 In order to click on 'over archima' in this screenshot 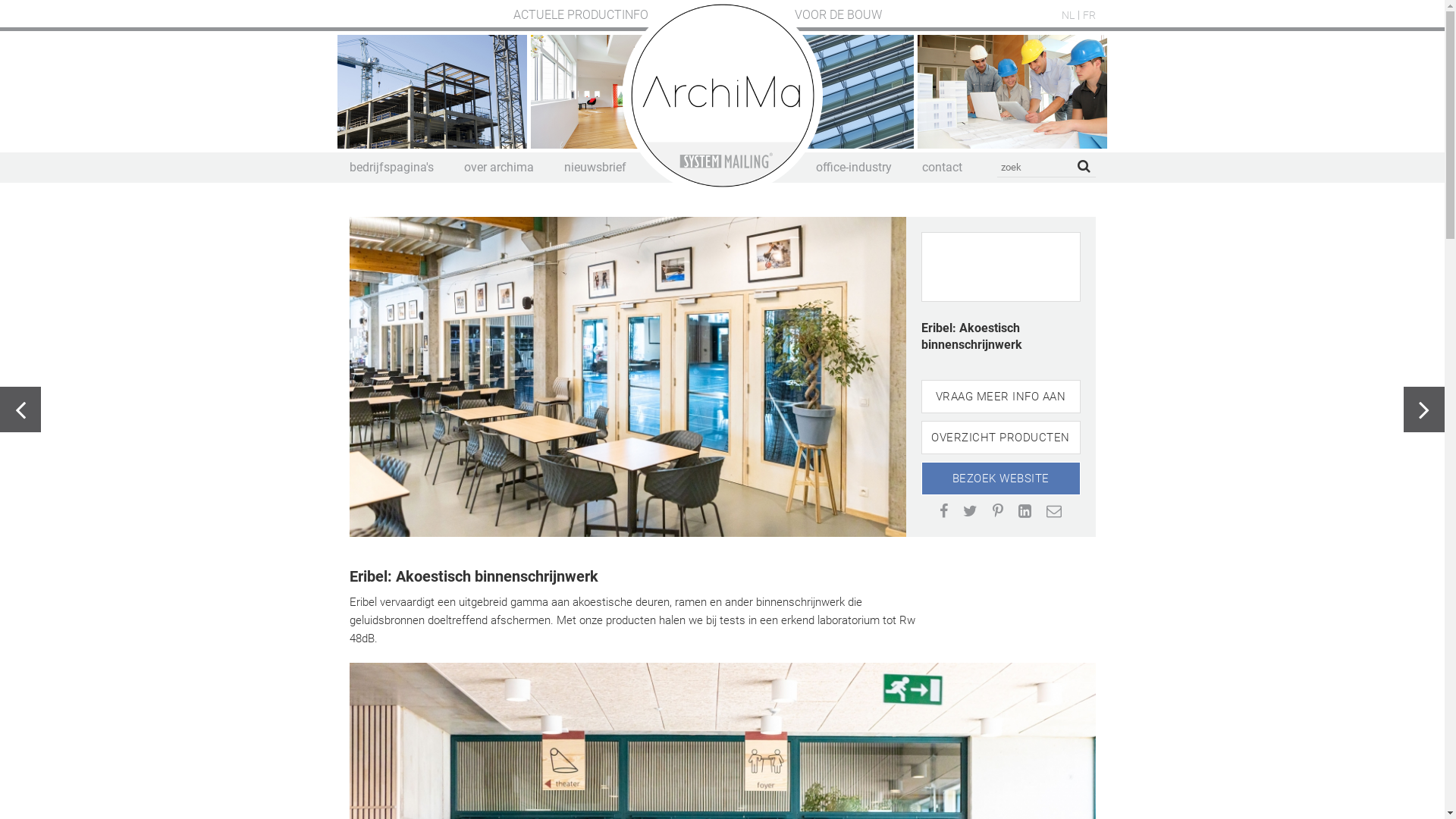, I will do `click(498, 167)`.